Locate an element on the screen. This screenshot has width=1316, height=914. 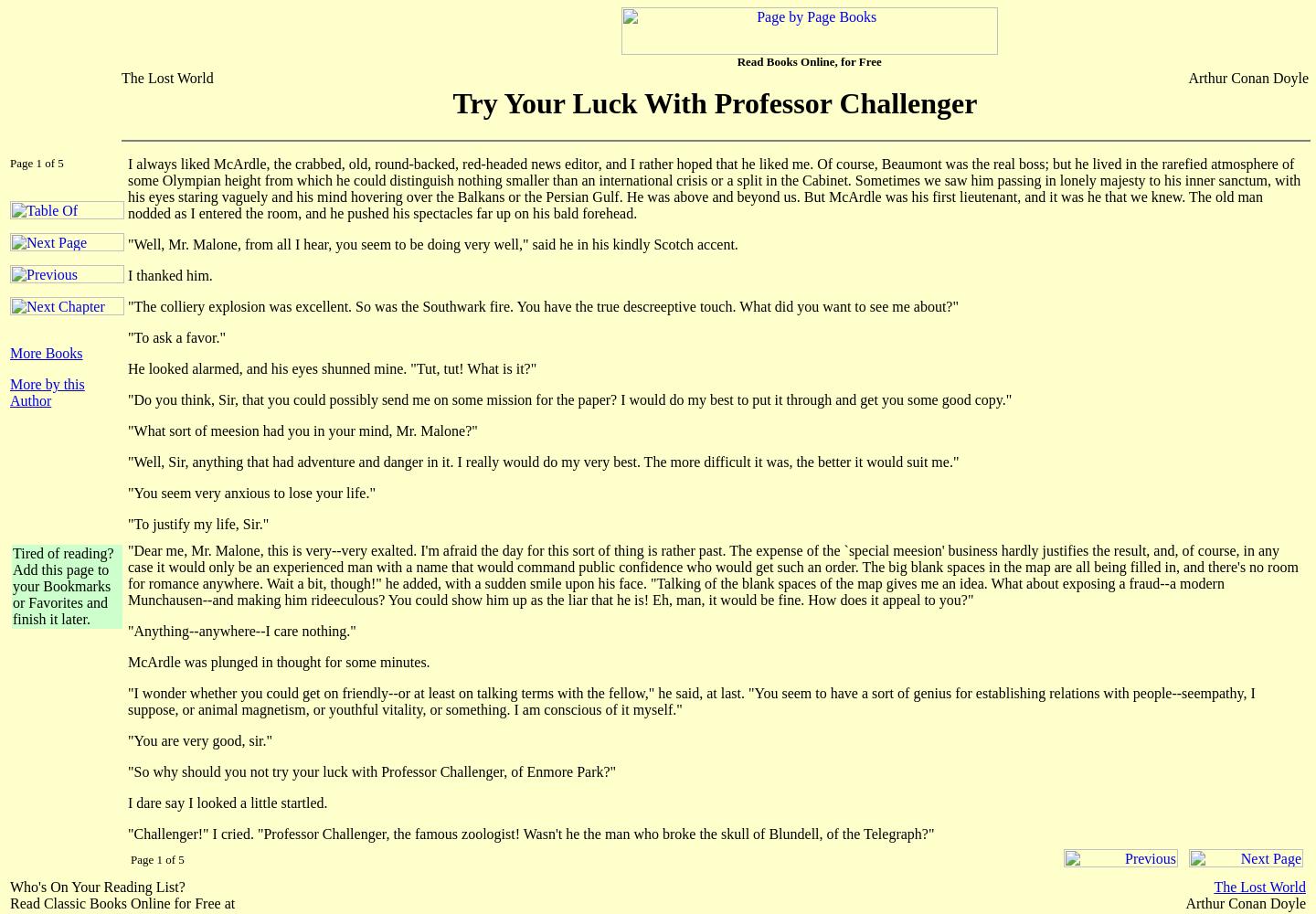
'Try Your Luck With Professor Challenger' is located at coordinates (715, 102).